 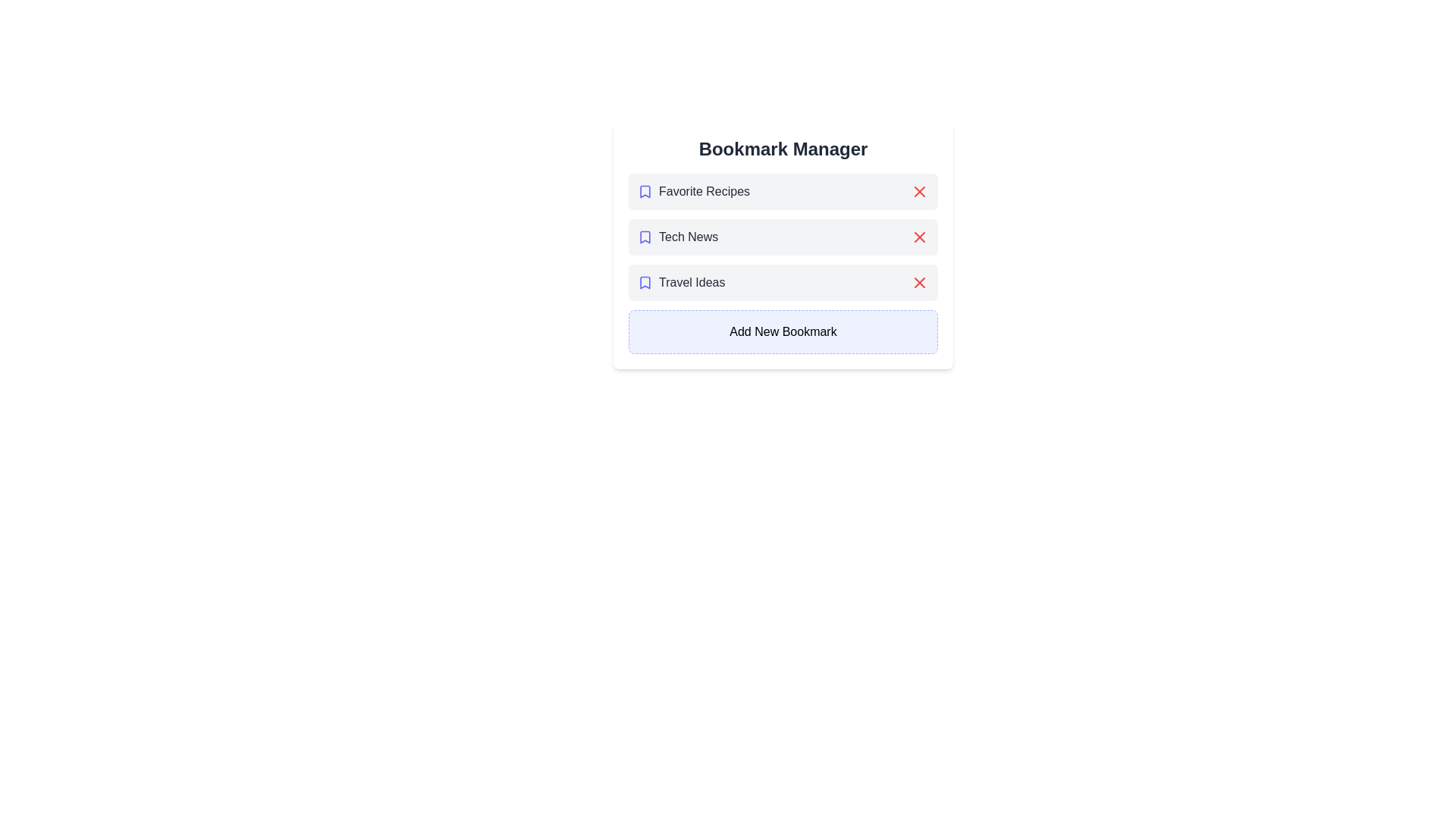 What do you see at coordinates (693, 191) in the screenshot?
I see `the bookmark titled Favorite Recipes to navigate to its URL` at bounding box center [693, 191].